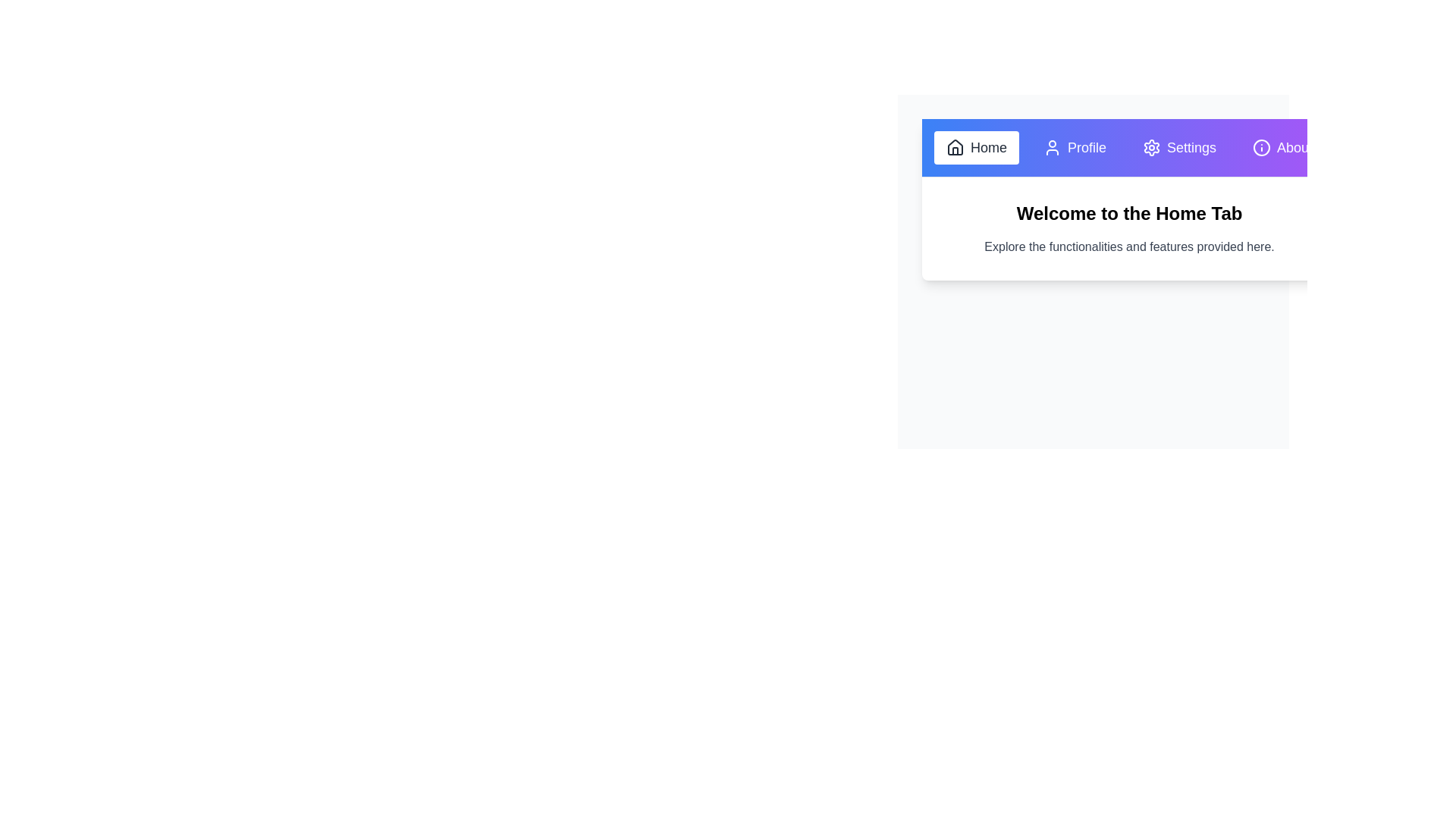  What do you see at coordinates (1282, 148) in the screenshot?
I see `the navigational button located in the top right corner of the header` at bounding box center [1282, 148].